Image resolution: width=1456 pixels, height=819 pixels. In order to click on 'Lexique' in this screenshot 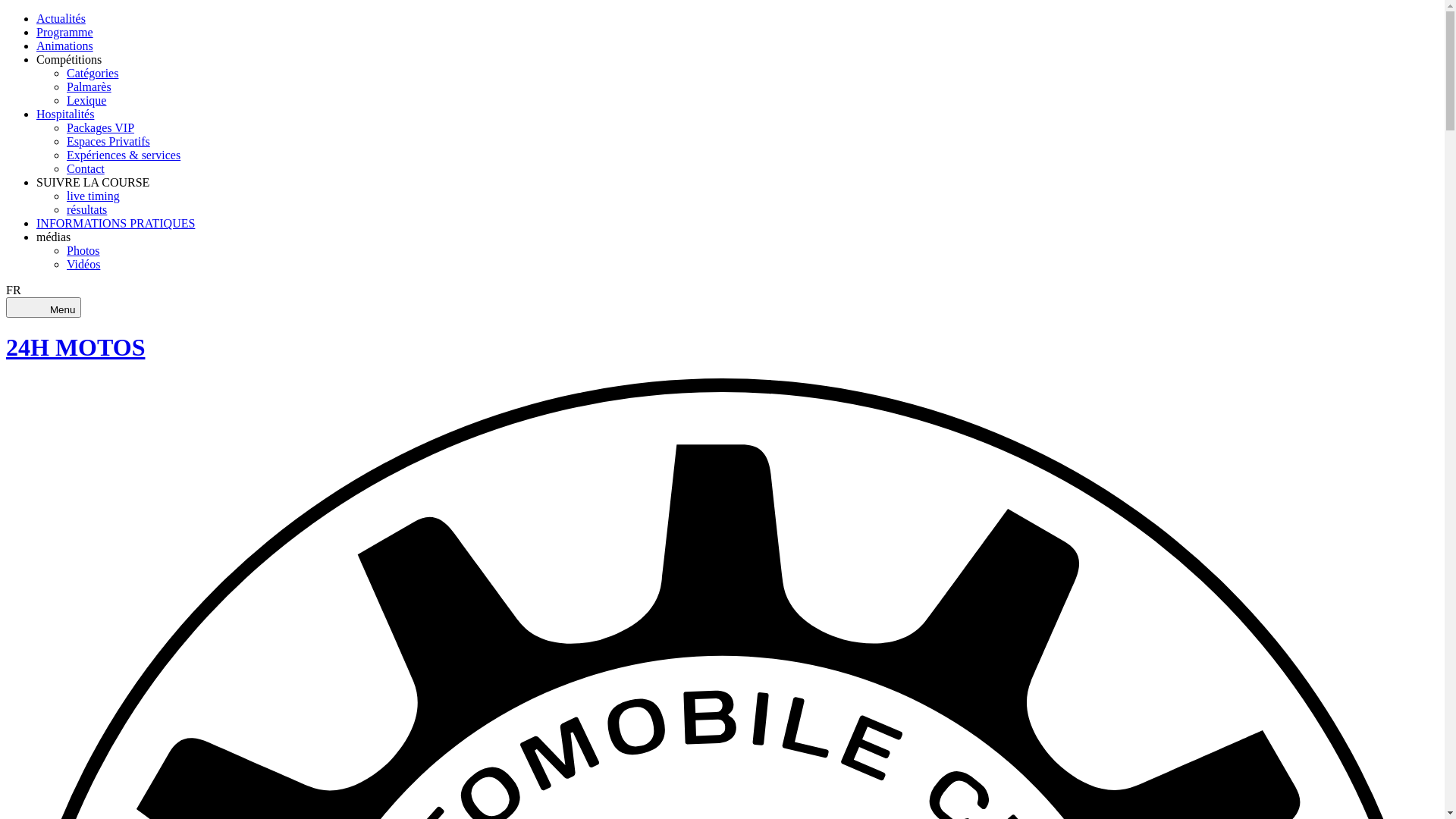, I will do `click(86, 100)`.